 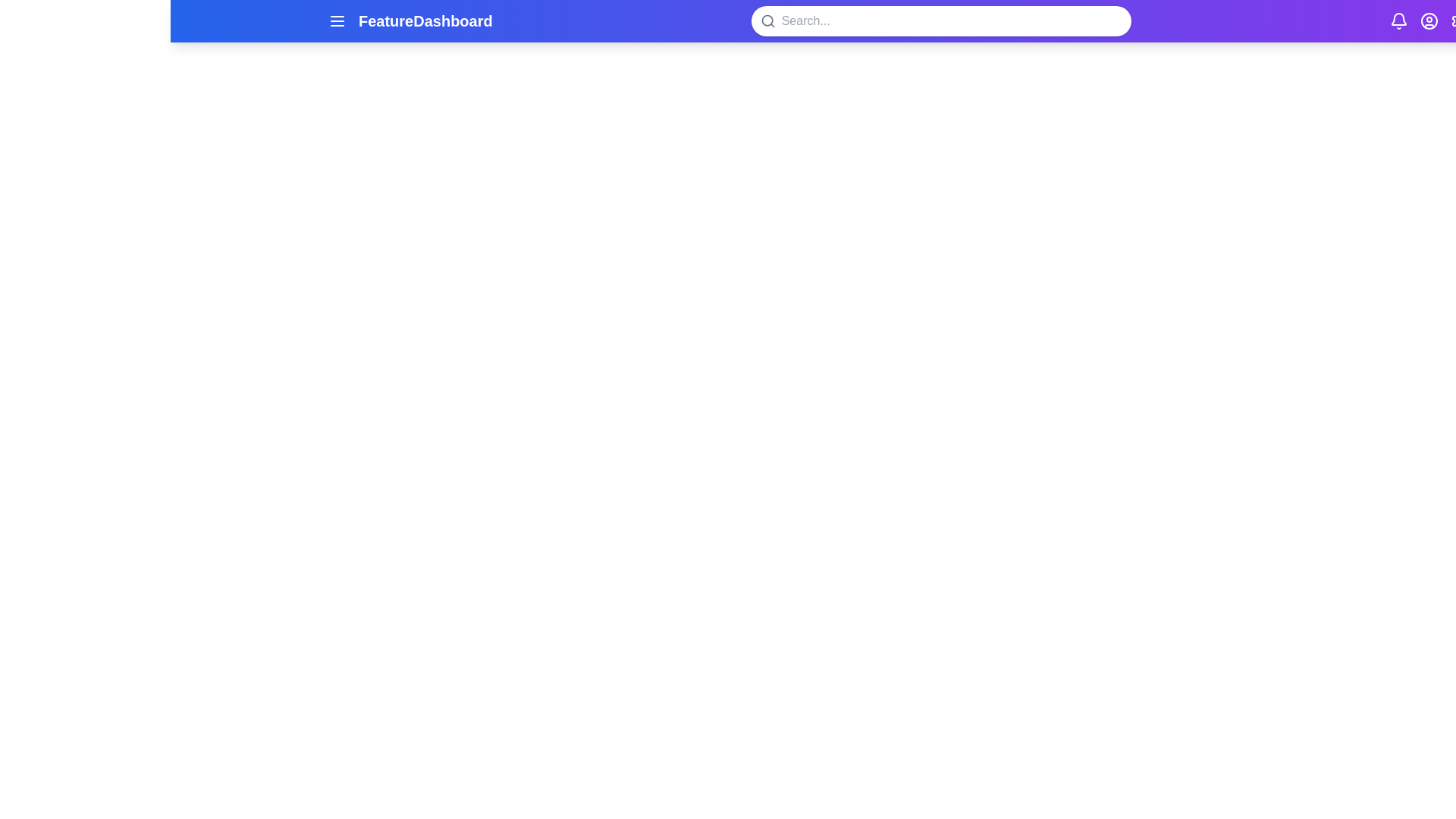 What do you see at coordinates (337, 20) in the screenshot?
I see `the menu icon located towards the left edge of the header, preceding the text 'FeatureDashboard'` at bounding box center [337, 20].